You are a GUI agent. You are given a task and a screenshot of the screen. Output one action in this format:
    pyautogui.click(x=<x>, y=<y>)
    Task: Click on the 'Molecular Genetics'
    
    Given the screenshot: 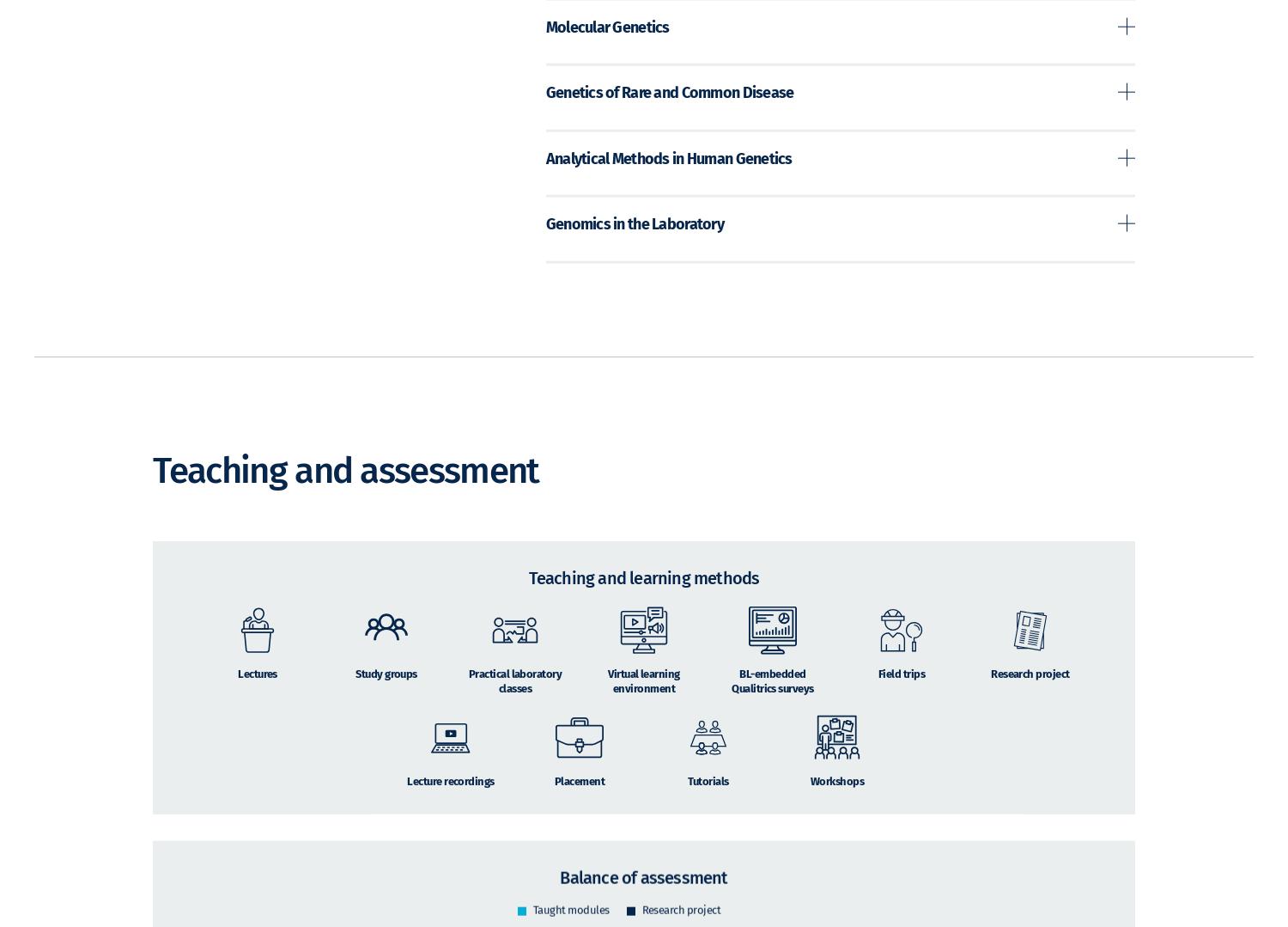 What is the action you would take?
    pyautogui.click(x=605, y=50)
    